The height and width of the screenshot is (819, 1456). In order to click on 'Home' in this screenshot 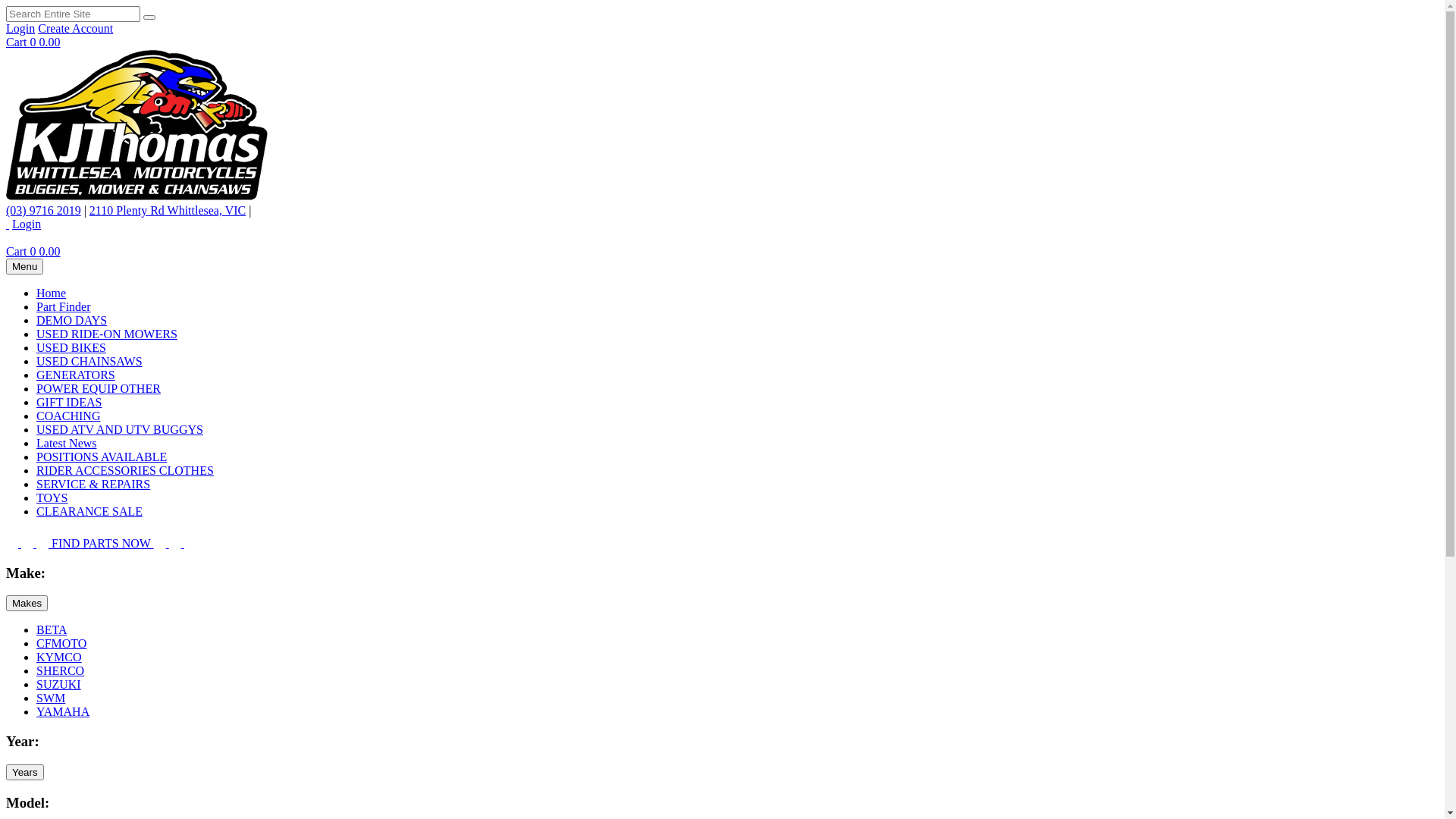, I will do `click(51, 293)`.